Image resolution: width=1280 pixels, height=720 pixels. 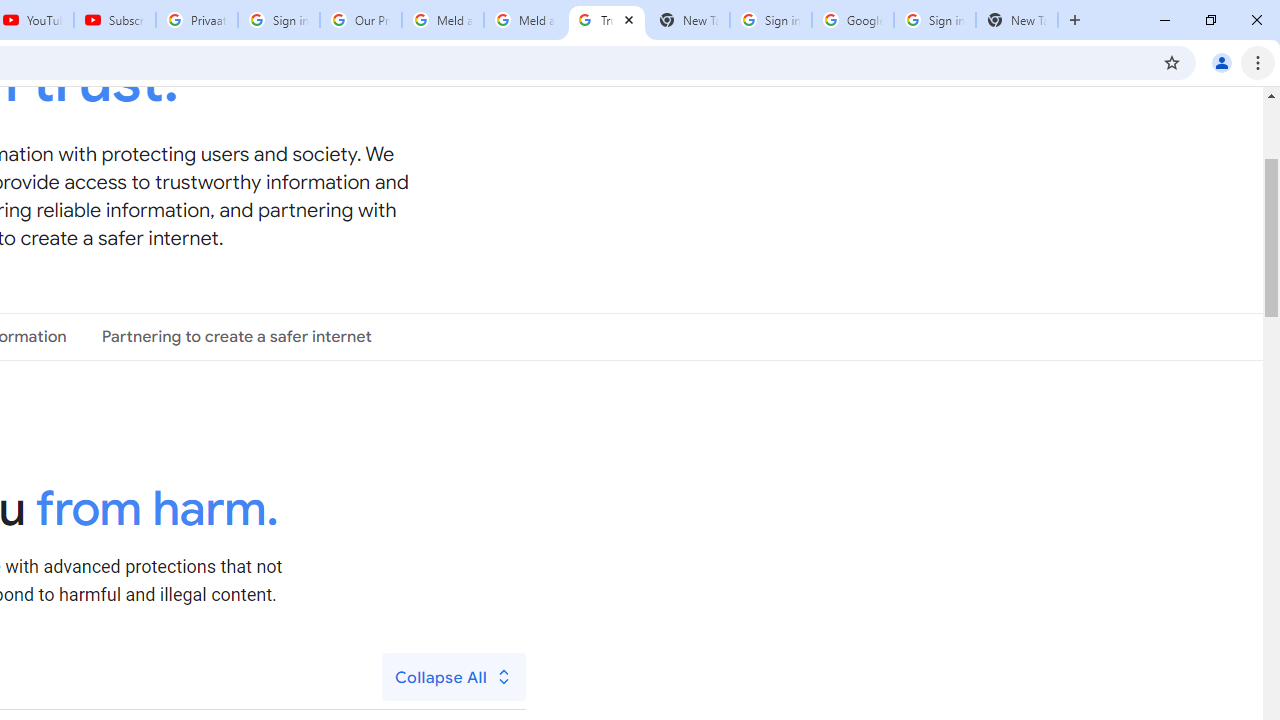 I want to click on 'Trusted Information and Content - Google Safety Center', so click(x=605, y=20).